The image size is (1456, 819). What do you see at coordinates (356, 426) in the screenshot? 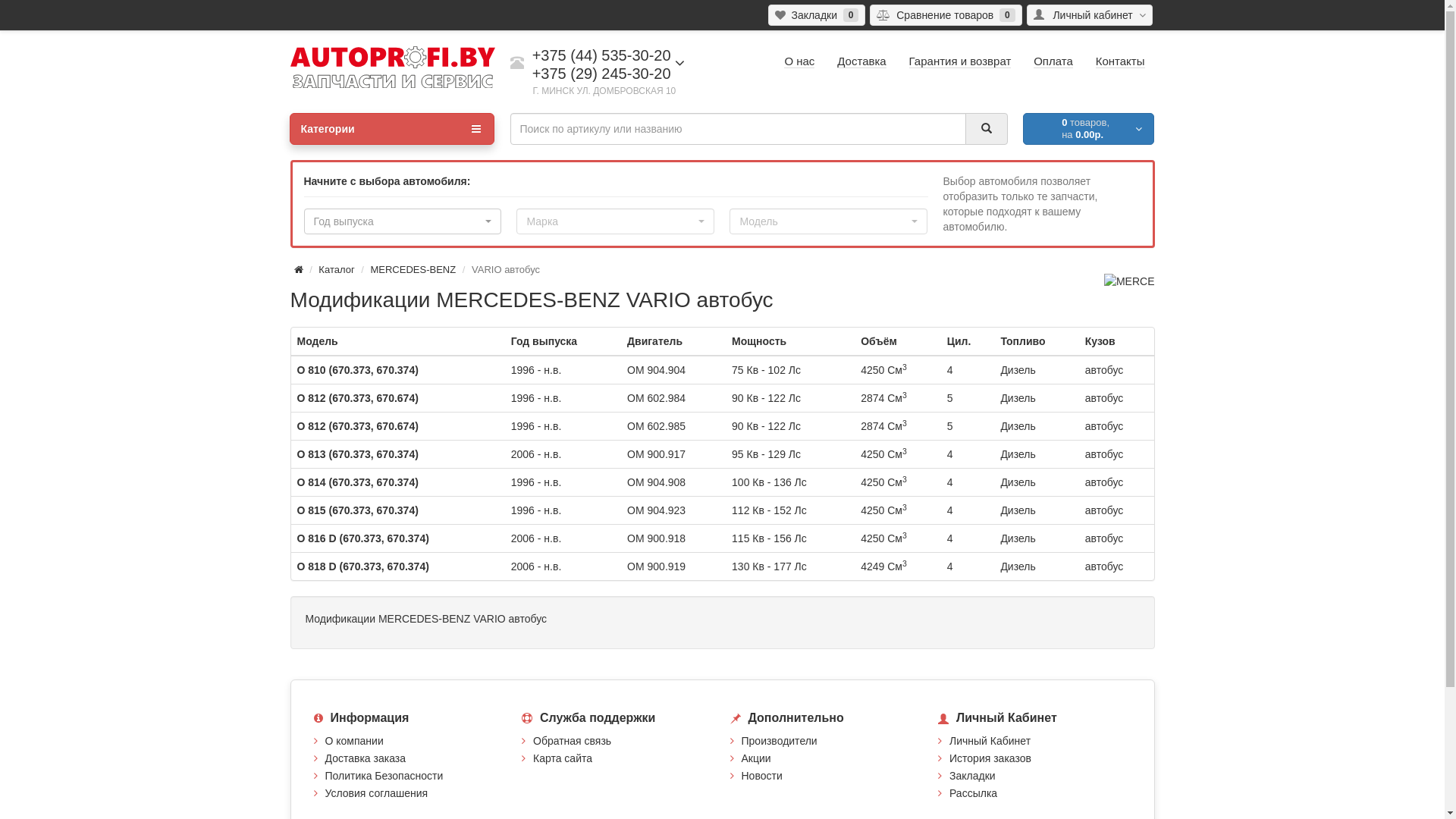
I see `'O 812 (670.373, 670.674)'` at bounding box center [356, 426].